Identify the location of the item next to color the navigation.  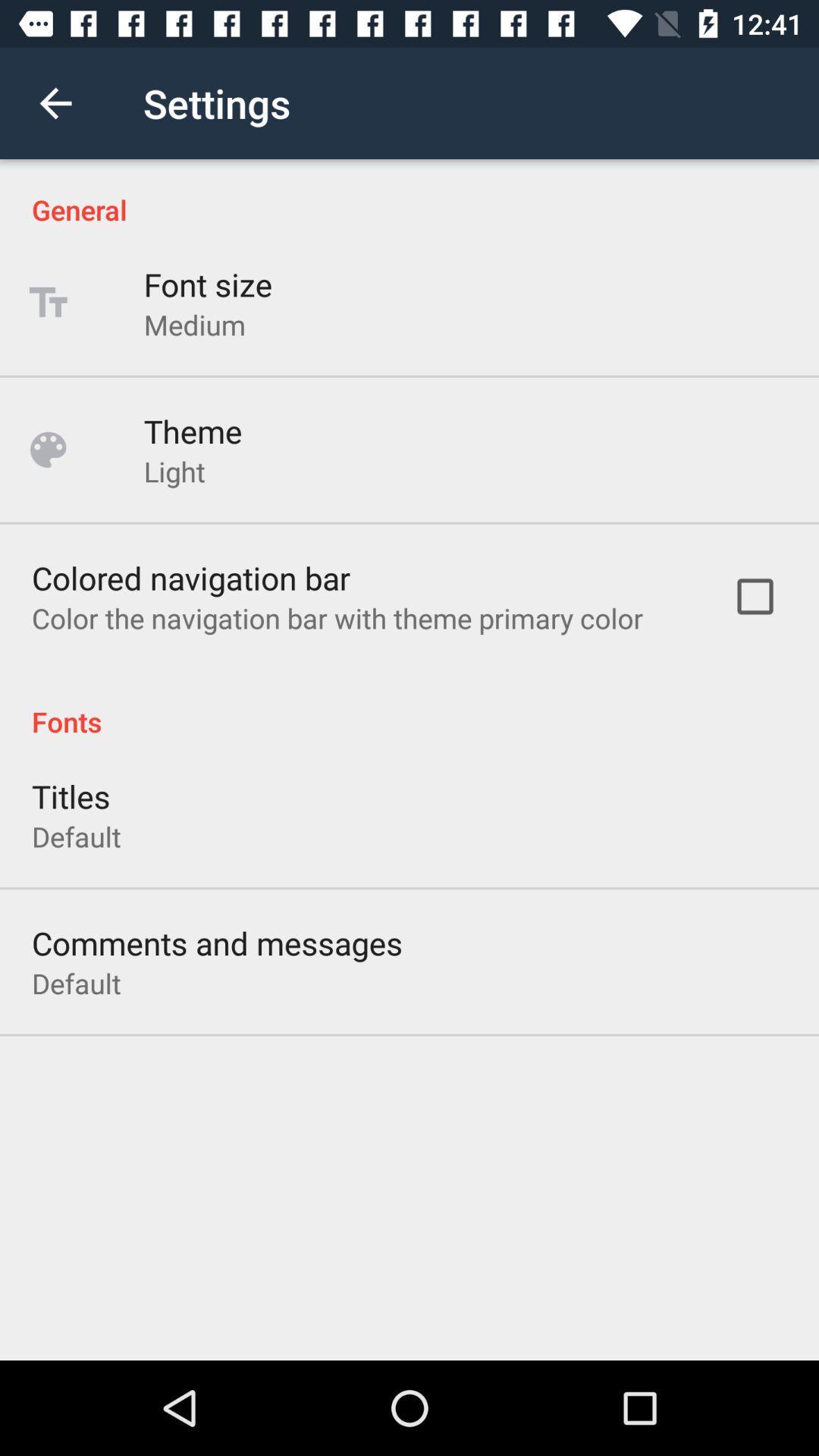
(755, 595).